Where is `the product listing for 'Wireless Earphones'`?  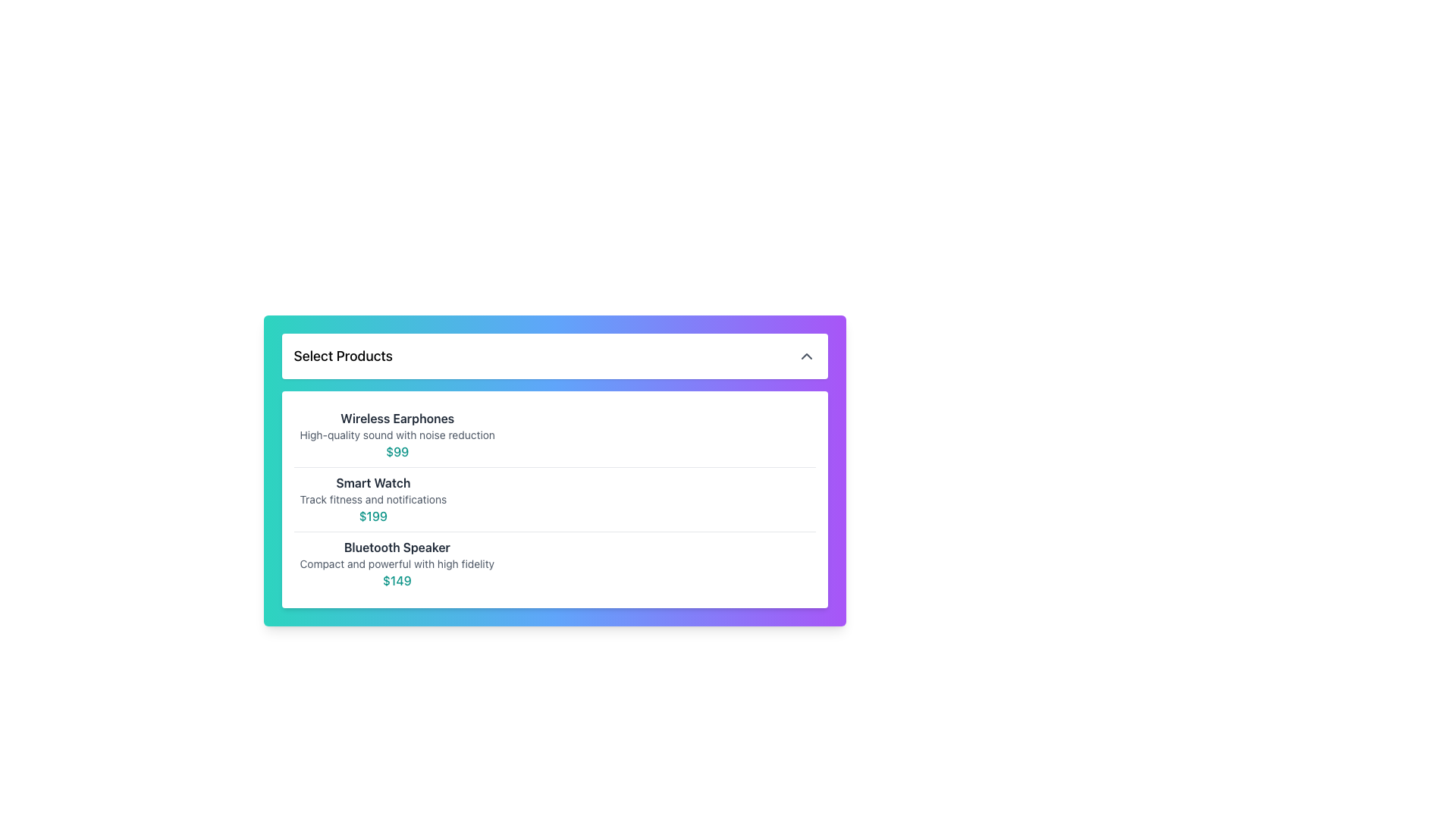 the product listing for 'Wireless Earphones' is located at coordinates (397, 435).